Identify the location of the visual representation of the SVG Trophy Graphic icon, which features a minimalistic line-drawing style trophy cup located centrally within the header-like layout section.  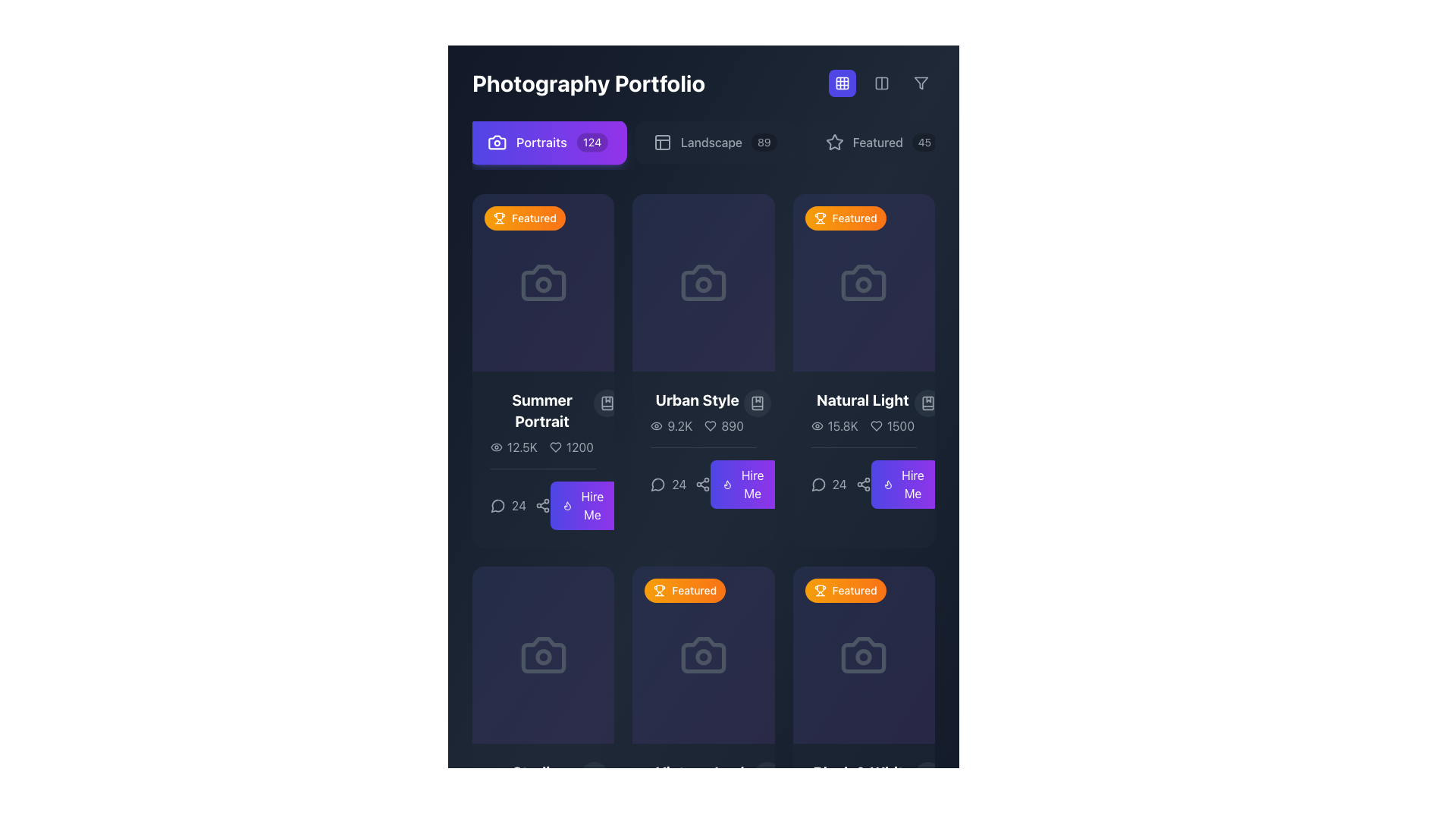
(819, 588).